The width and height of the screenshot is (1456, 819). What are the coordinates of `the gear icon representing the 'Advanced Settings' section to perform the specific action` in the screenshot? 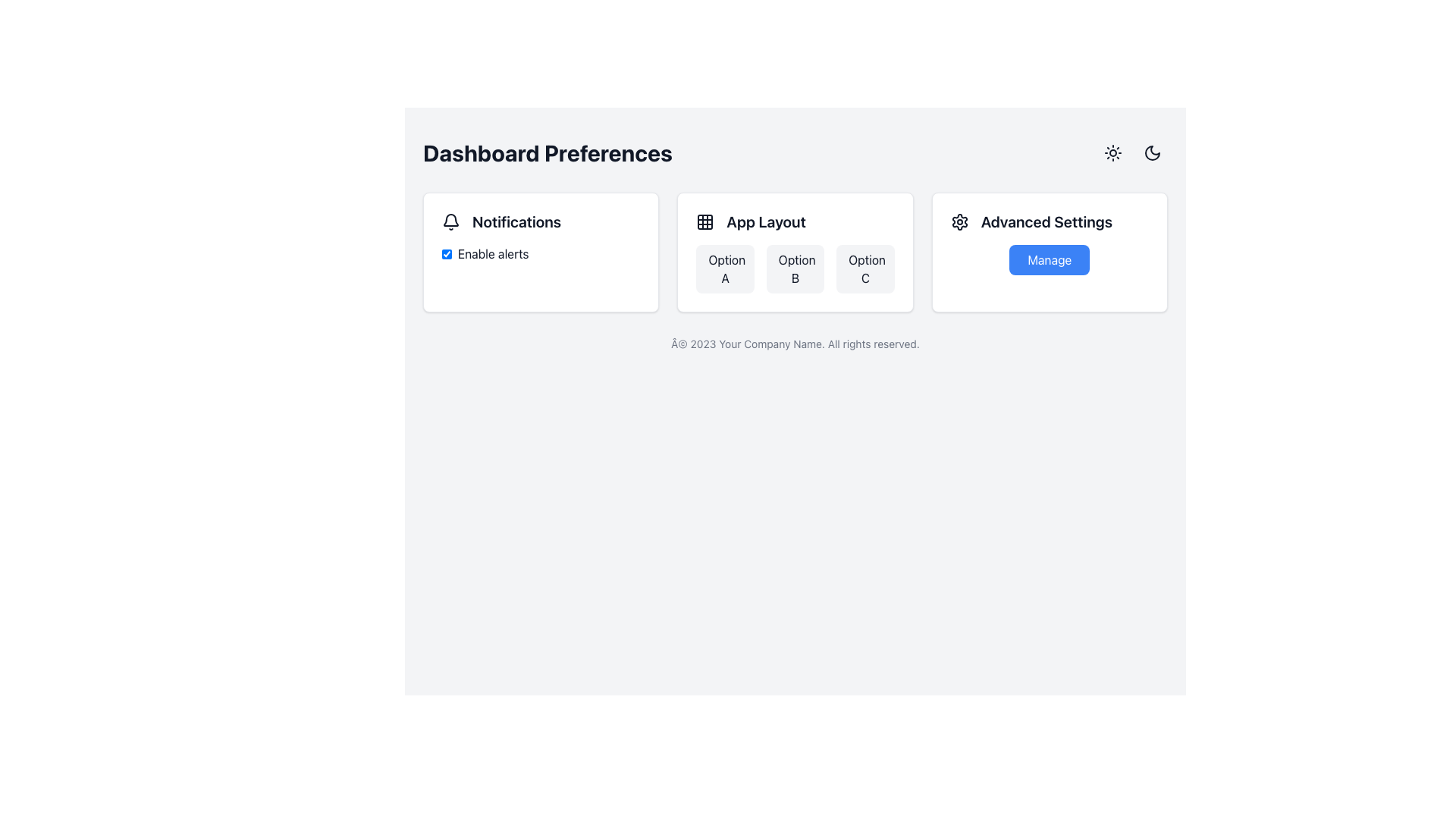 It's located at (959, 222).